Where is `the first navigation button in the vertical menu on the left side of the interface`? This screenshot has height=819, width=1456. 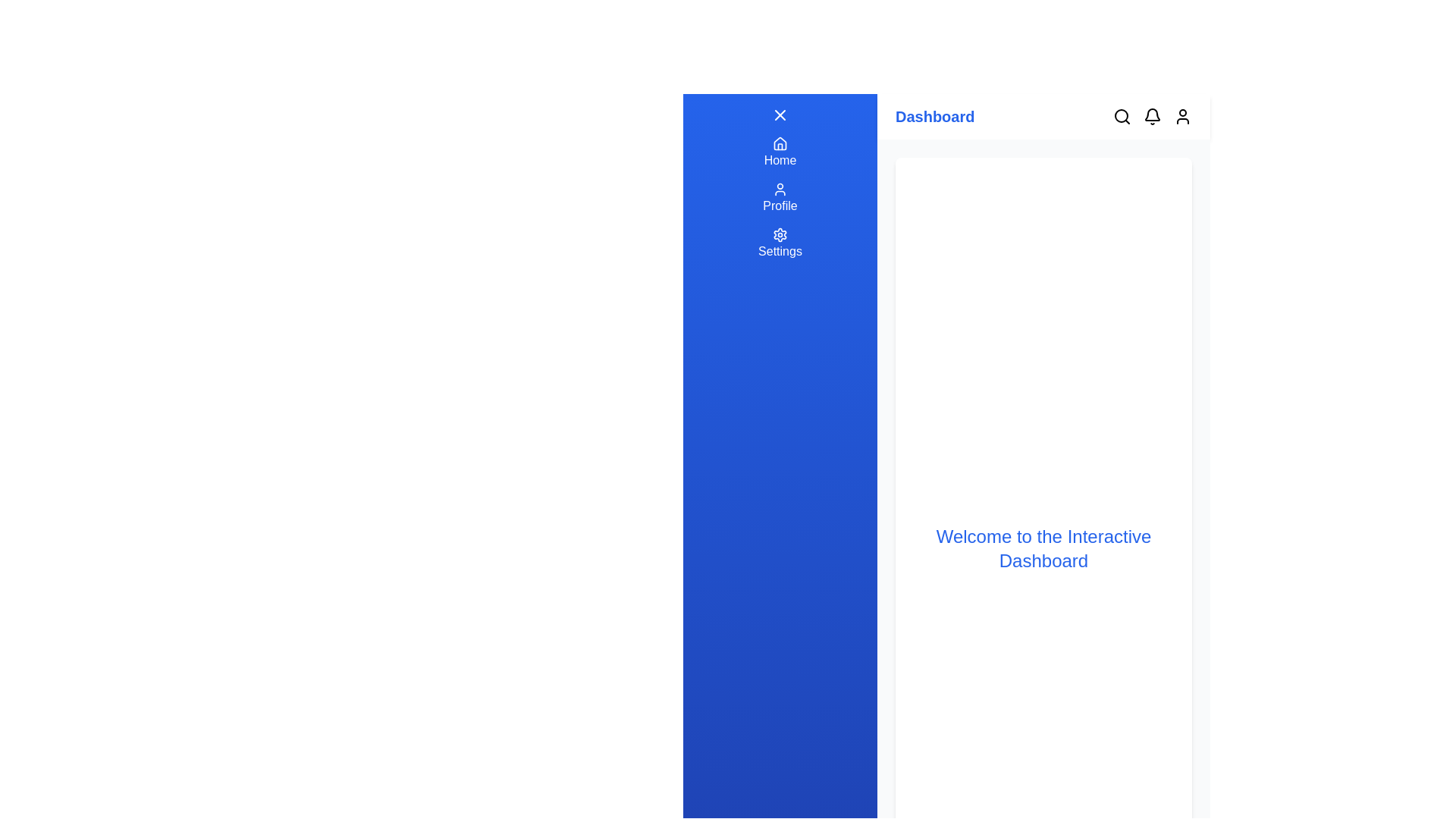
the first navigation button in the vertical menu on the left side of the interface is located at coordinates (780, 152).